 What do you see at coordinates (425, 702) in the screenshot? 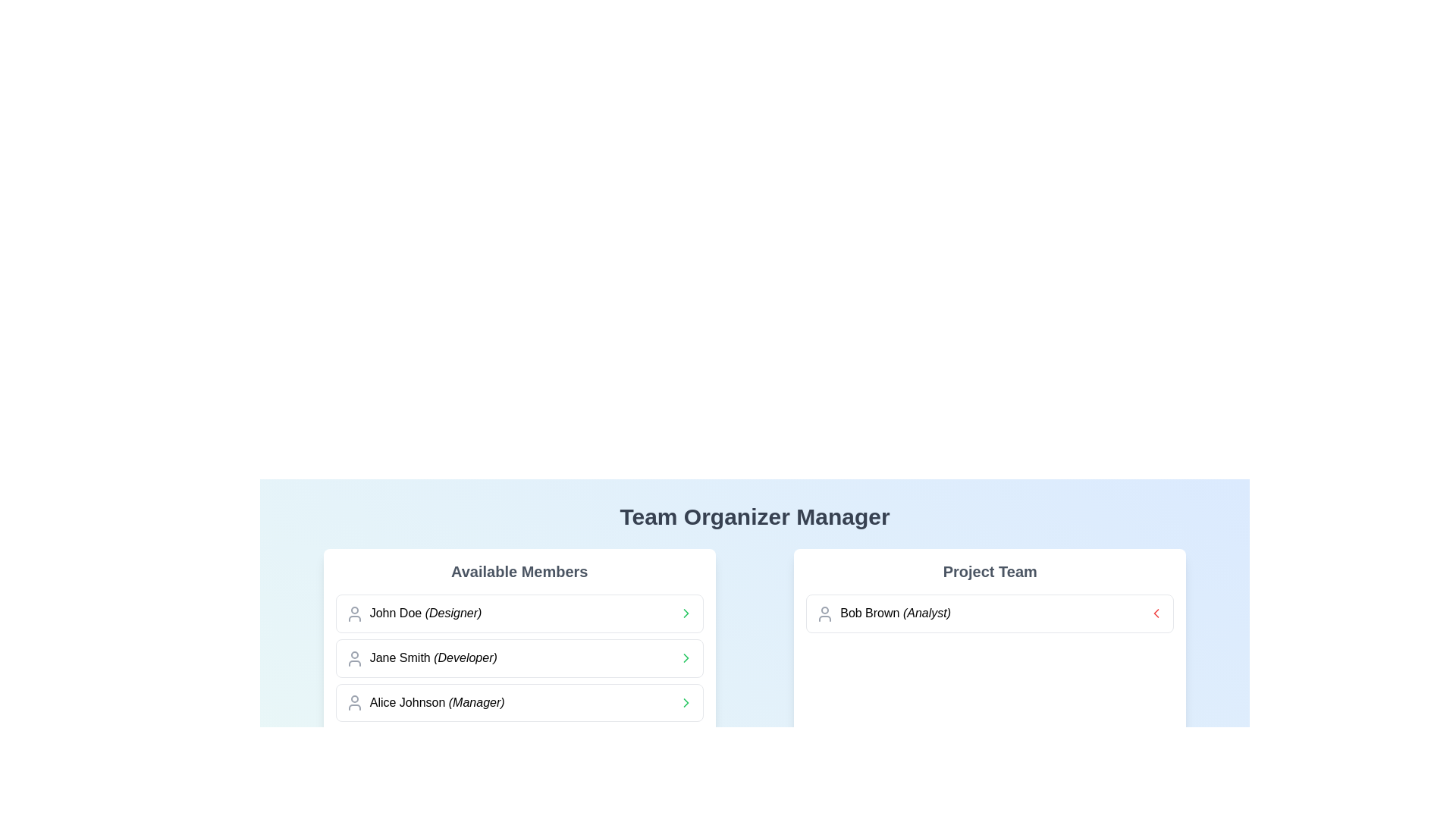
I see `the static text component displaying 'Alice Johnson (Manager)' in the 'Available Members' section of the interface` at bounding box center [425, 702].